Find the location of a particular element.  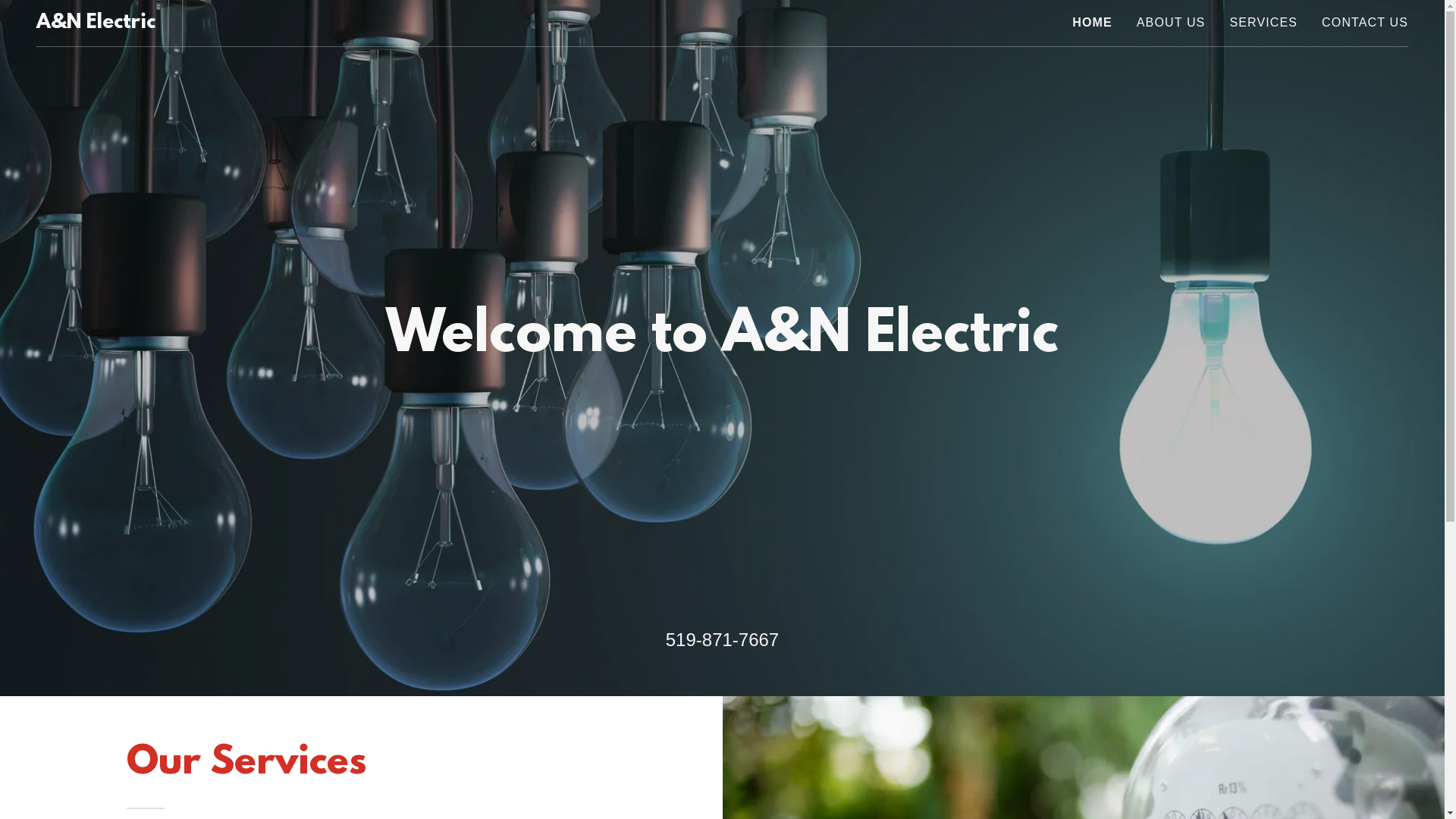

'519-871-7667' is located at coordinates (721, 639).